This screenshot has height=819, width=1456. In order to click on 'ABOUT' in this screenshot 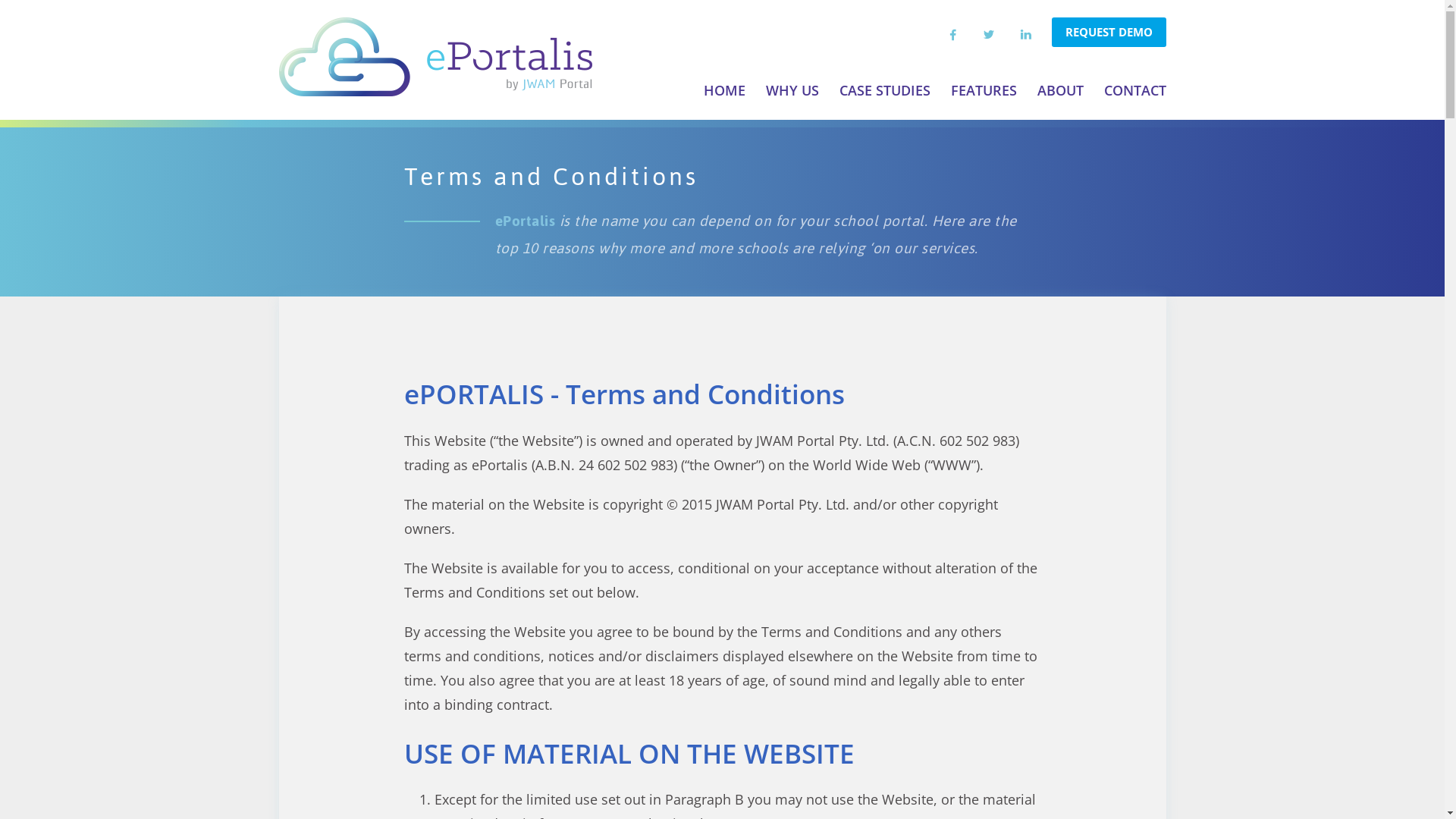, I will do `click(1059, 90)`.